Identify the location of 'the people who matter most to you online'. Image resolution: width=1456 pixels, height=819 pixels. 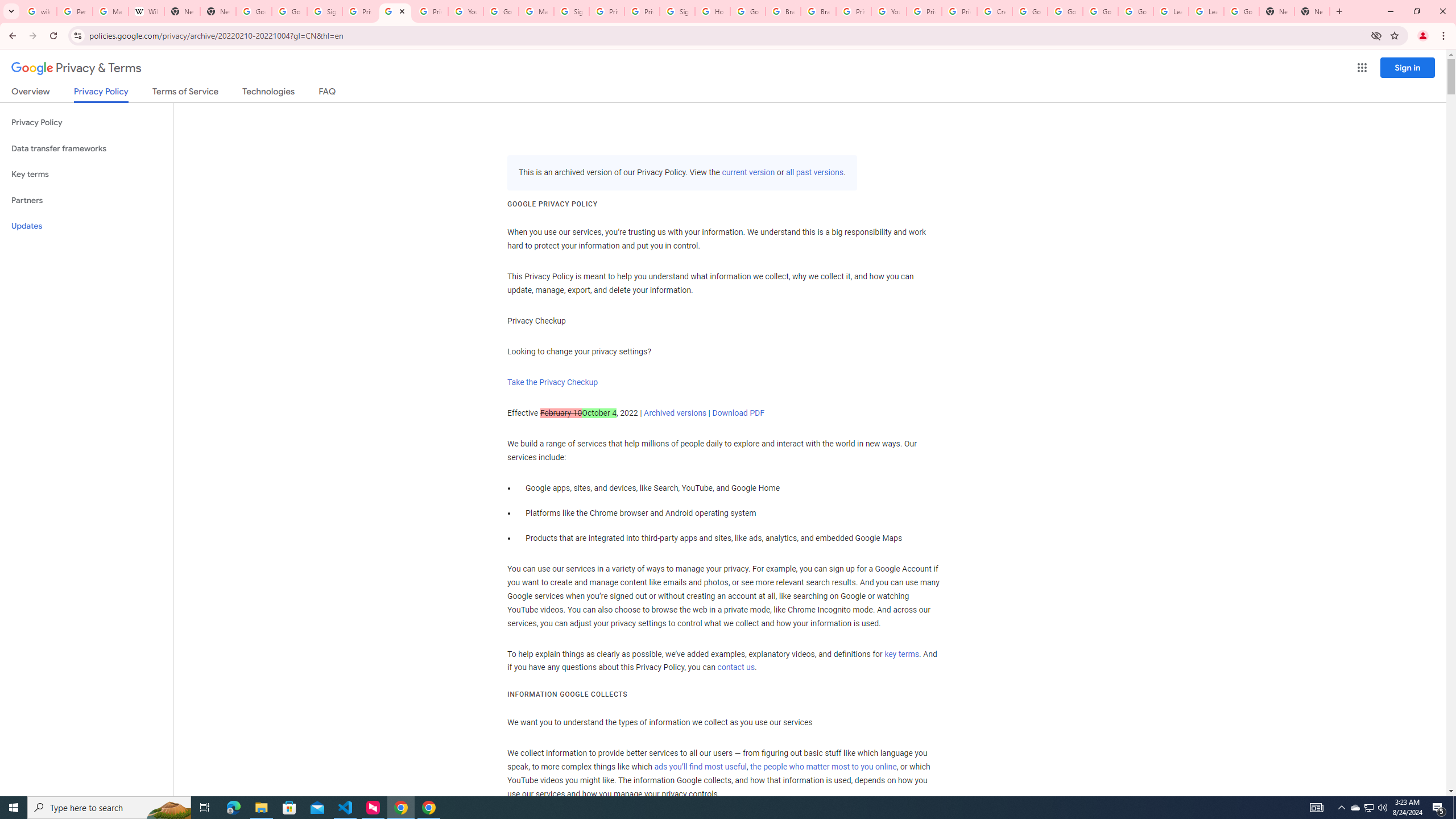
(823, 766).